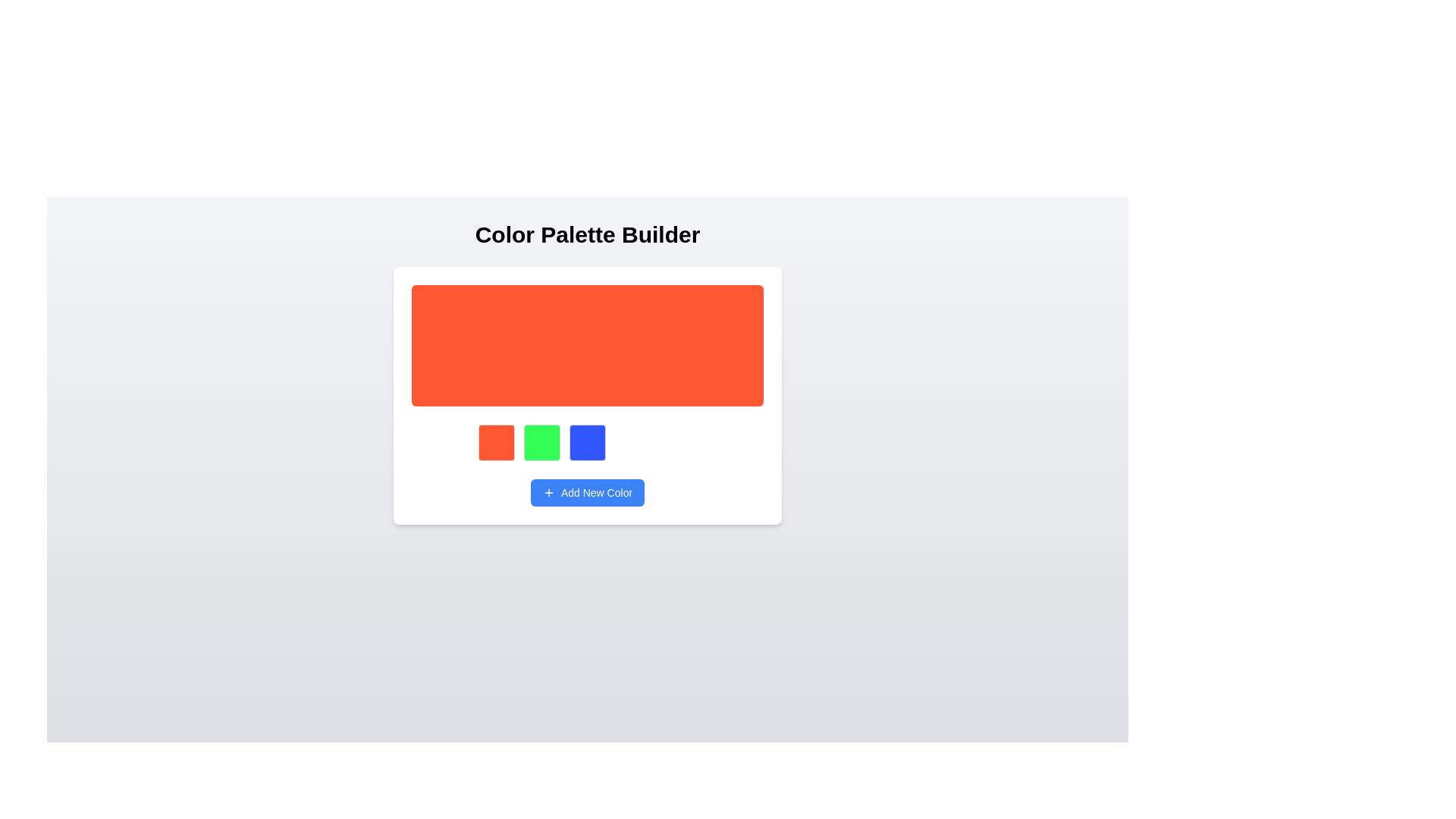  What do you see at coordinates (586, 345) in the screenshot?
I see `the prominent red rectangular display area with rounded corners, which serves as the main visual centerpiece above other interactive elements` at bounding box center [586, 345].